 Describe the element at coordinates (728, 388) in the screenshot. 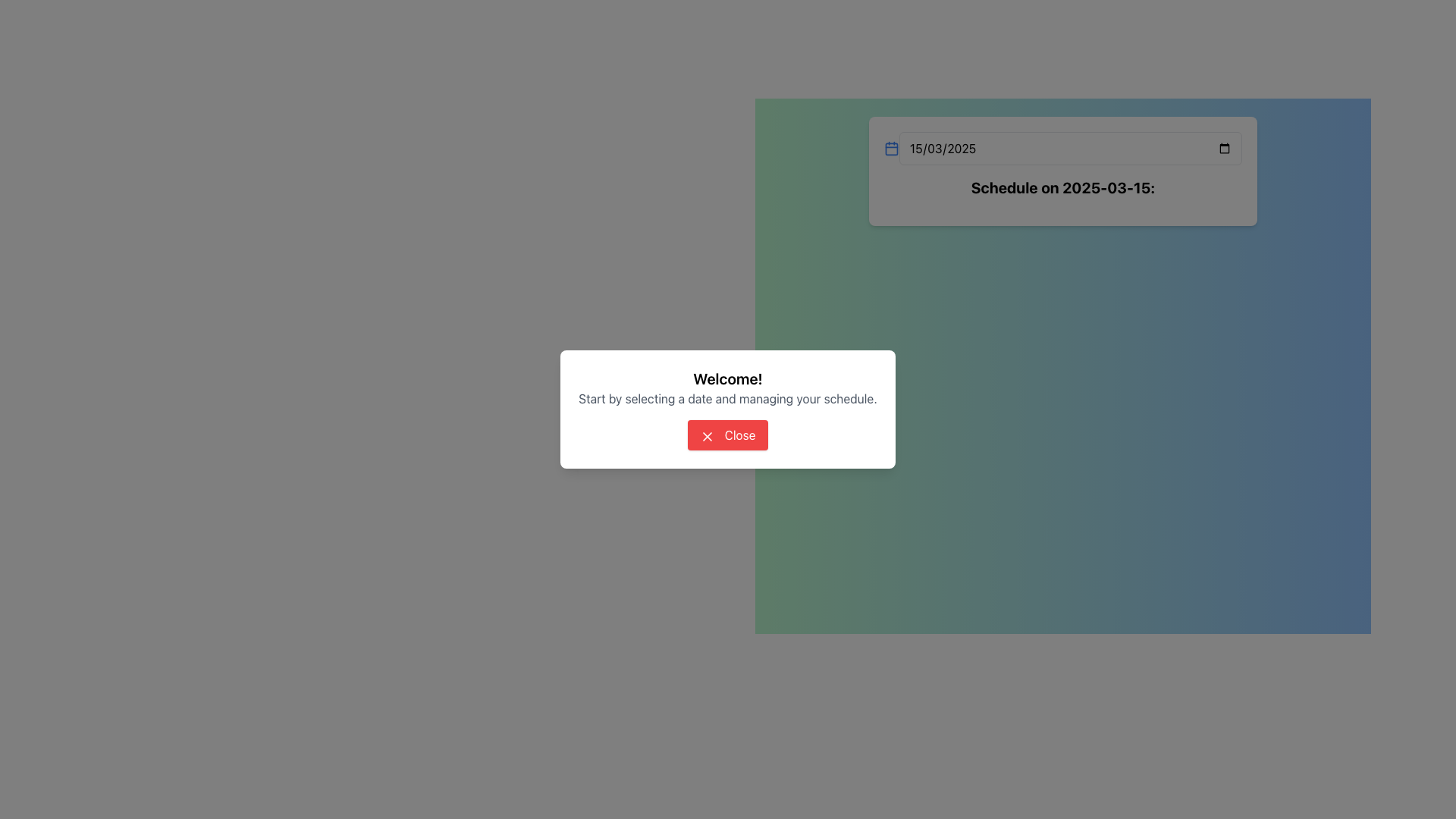

I see `the 'Welcome!' text in the Text Group to trigger any potential hover effects` at that location.